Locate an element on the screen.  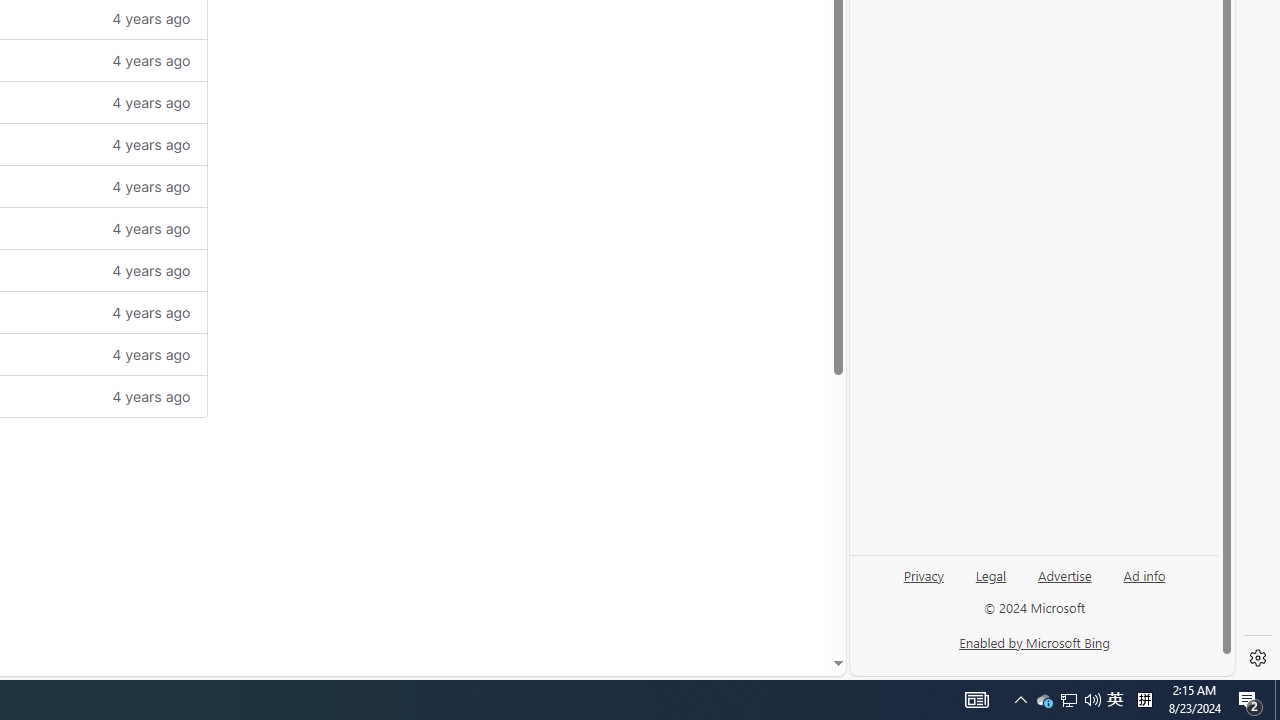
'Privacy' is located at coordinates (922, 574).